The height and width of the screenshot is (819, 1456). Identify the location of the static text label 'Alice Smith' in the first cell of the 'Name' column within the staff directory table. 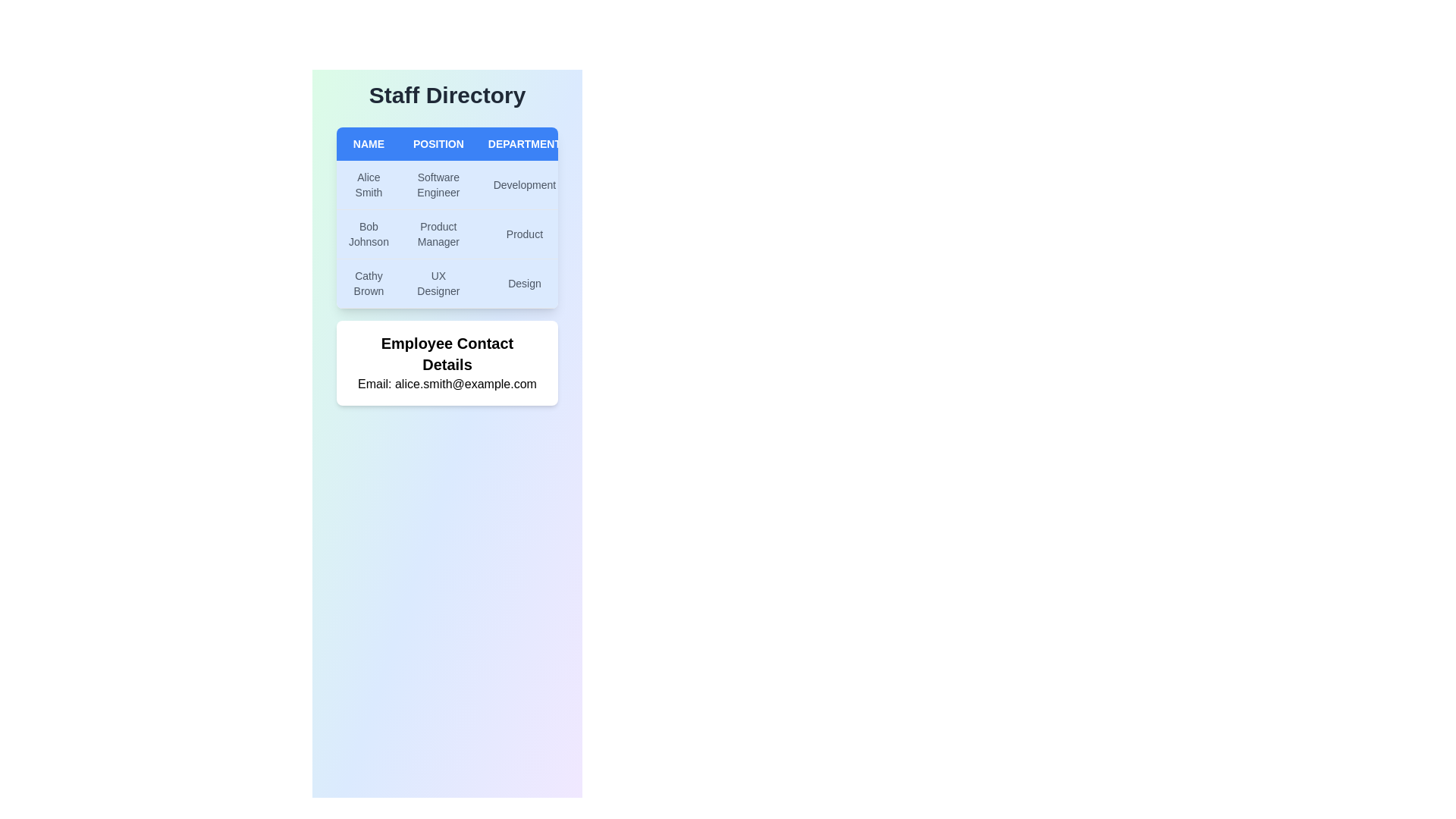
(369, 184).